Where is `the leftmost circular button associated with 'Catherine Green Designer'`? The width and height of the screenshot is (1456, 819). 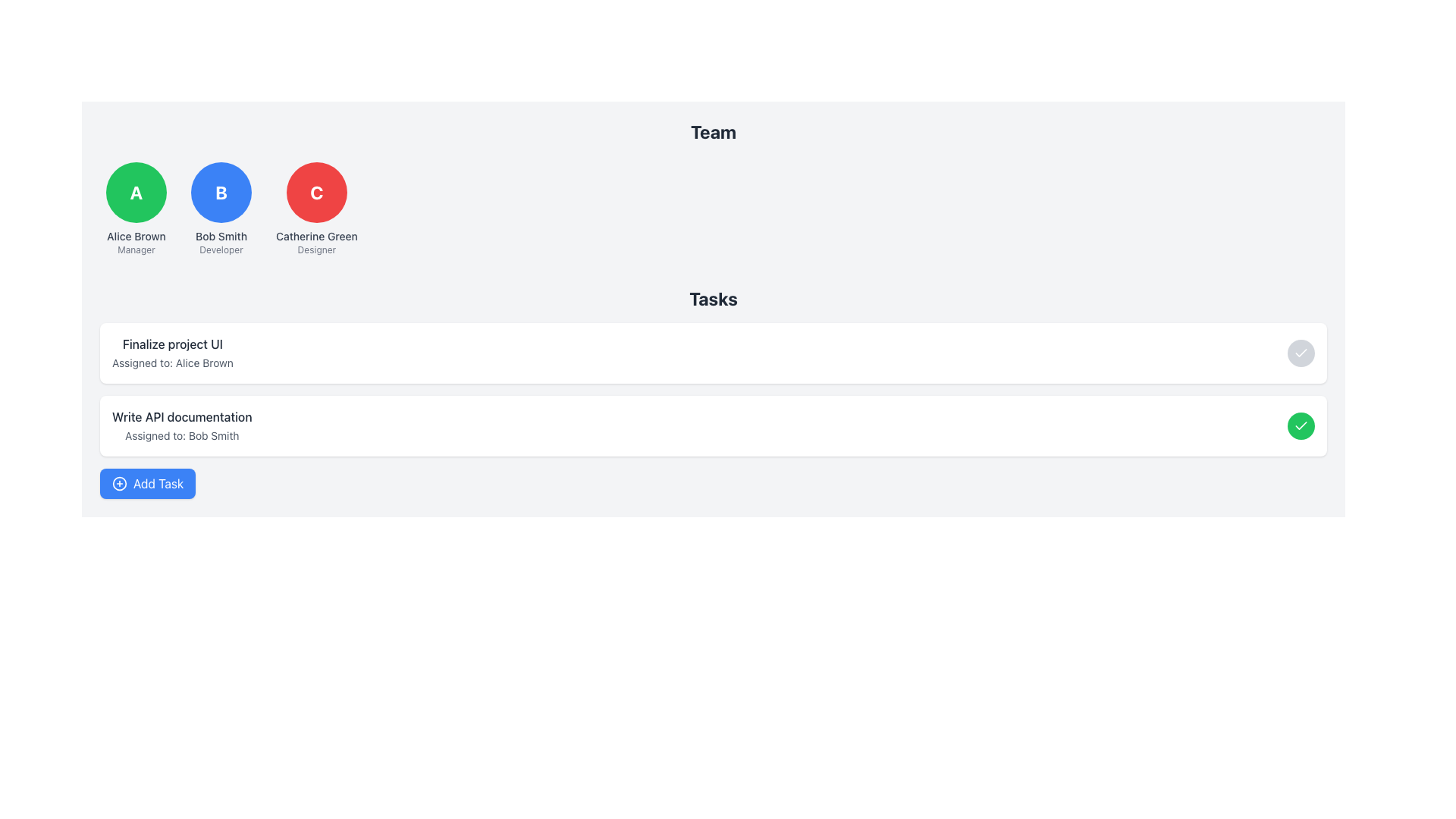
the leftmost circular button associated with 'Catherine Green Designer' is located at coordinates (315, 192).